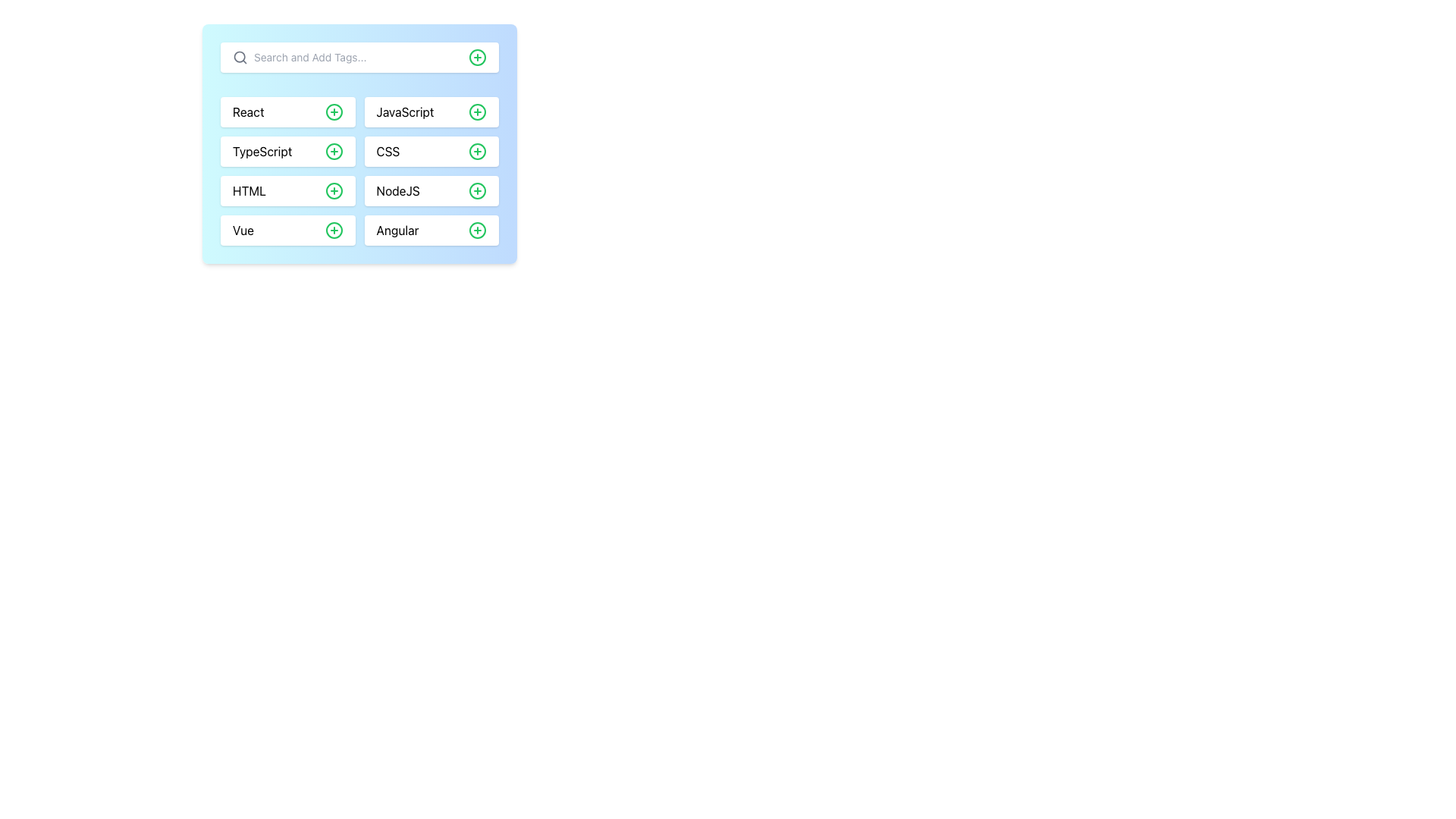 The image size is (1456, 819). Describe the element at coordinates (333, 190) in the screenshot. I see `the central circle of the '+ Add' button next to the 'HTML' tag in the grid layout` at that location.